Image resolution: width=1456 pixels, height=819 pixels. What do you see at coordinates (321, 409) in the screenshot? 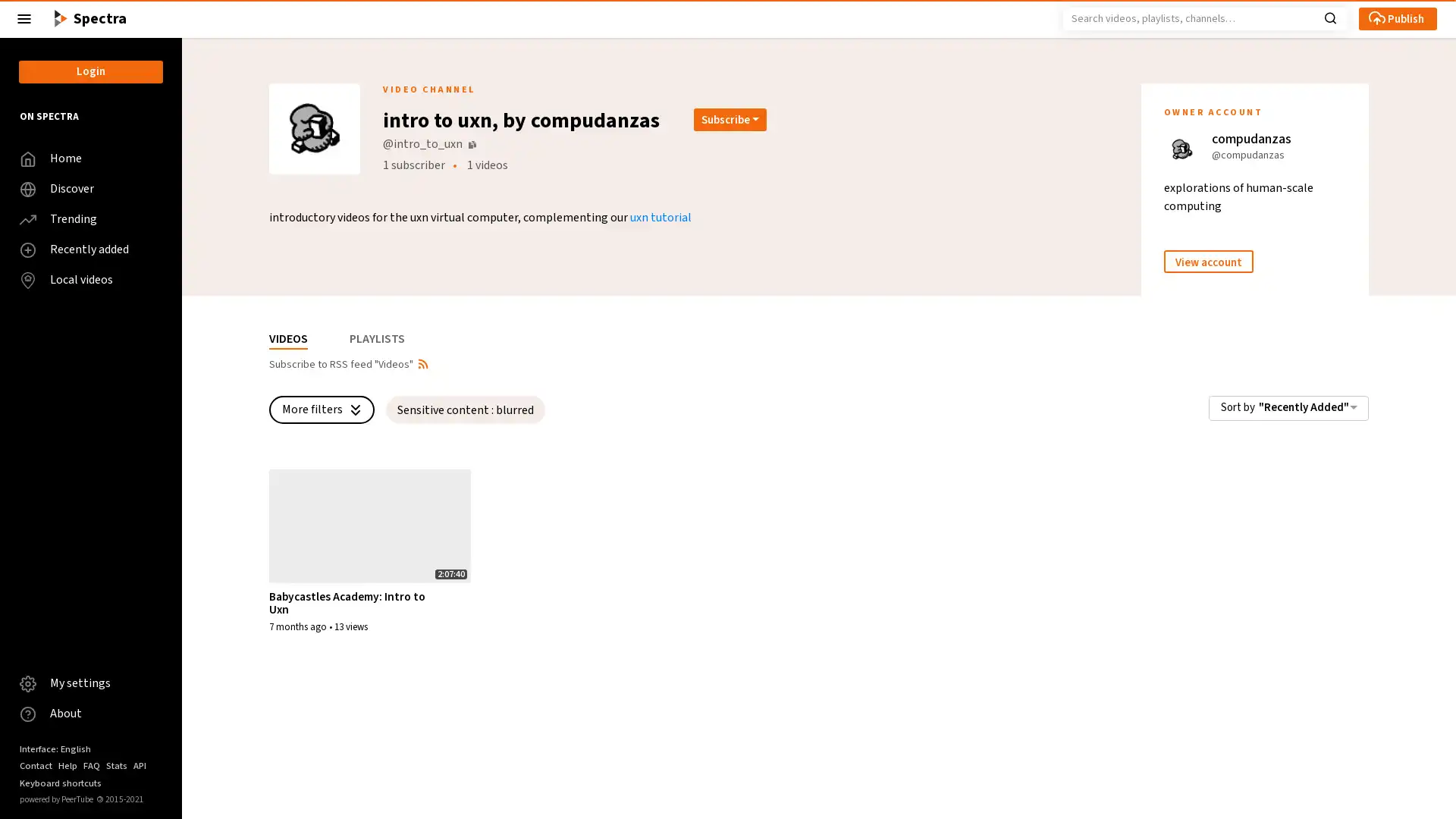
I see `More filters` at bounding box center [321, 409].